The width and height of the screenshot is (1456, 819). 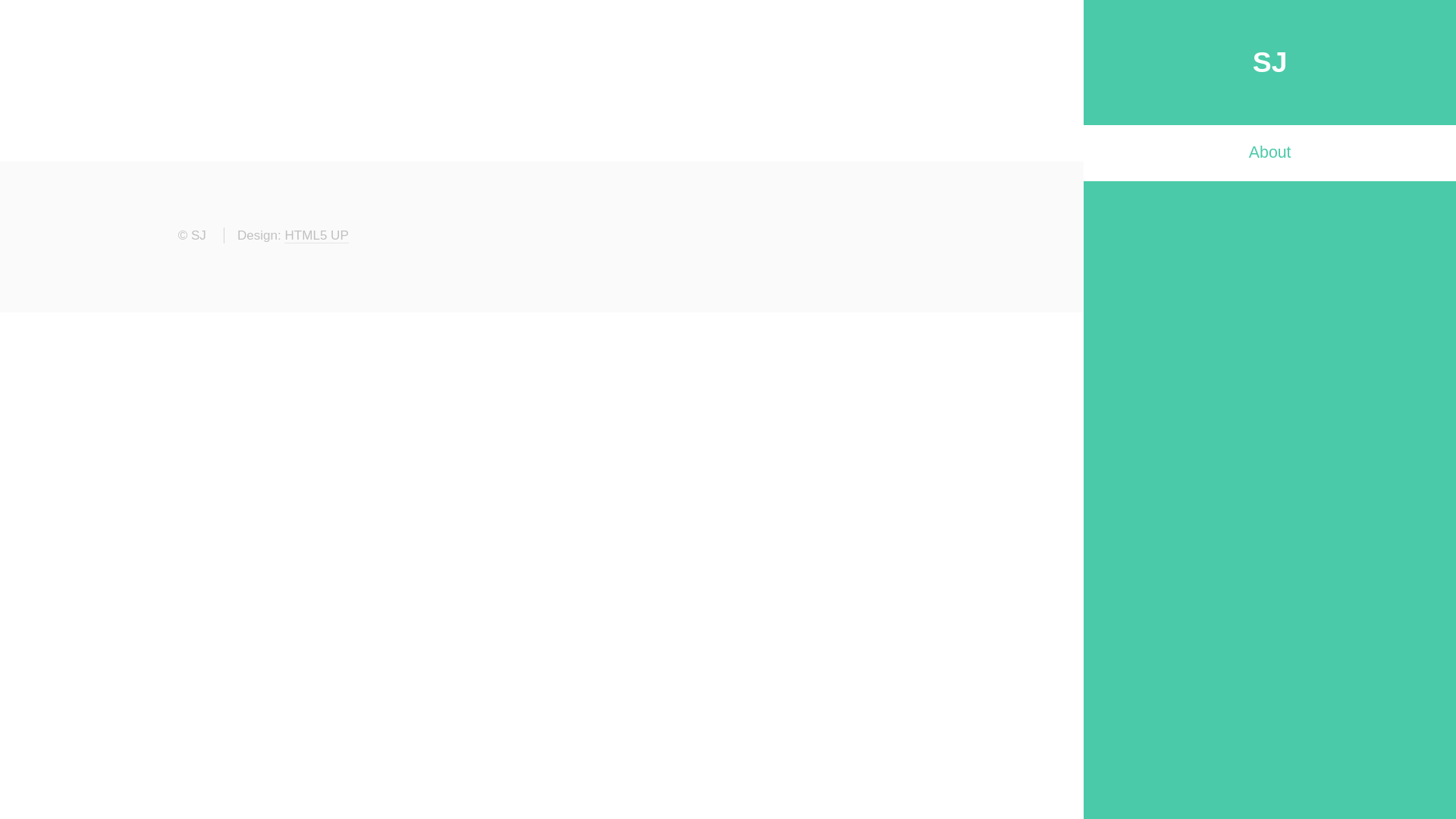 What do you see at coordinates (1270, 61) in the screenshot?
I see `'SJ'` at bounding box center [1270, 61].